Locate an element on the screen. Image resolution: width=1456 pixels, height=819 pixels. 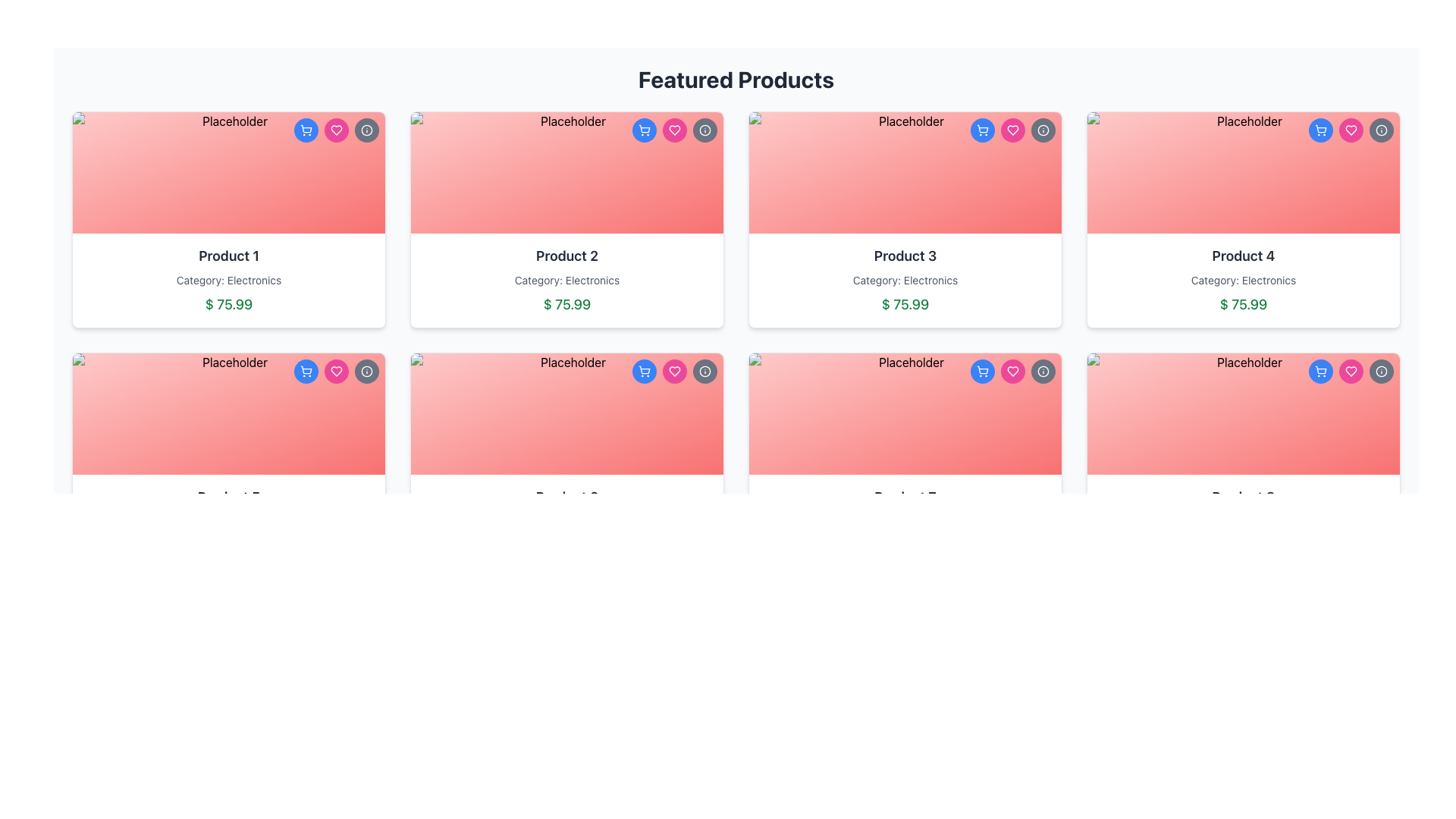
the favorite button located in the middle of the three buttons at the top-right corner of the 'Product 2' card is located at coordinates (673, 130).